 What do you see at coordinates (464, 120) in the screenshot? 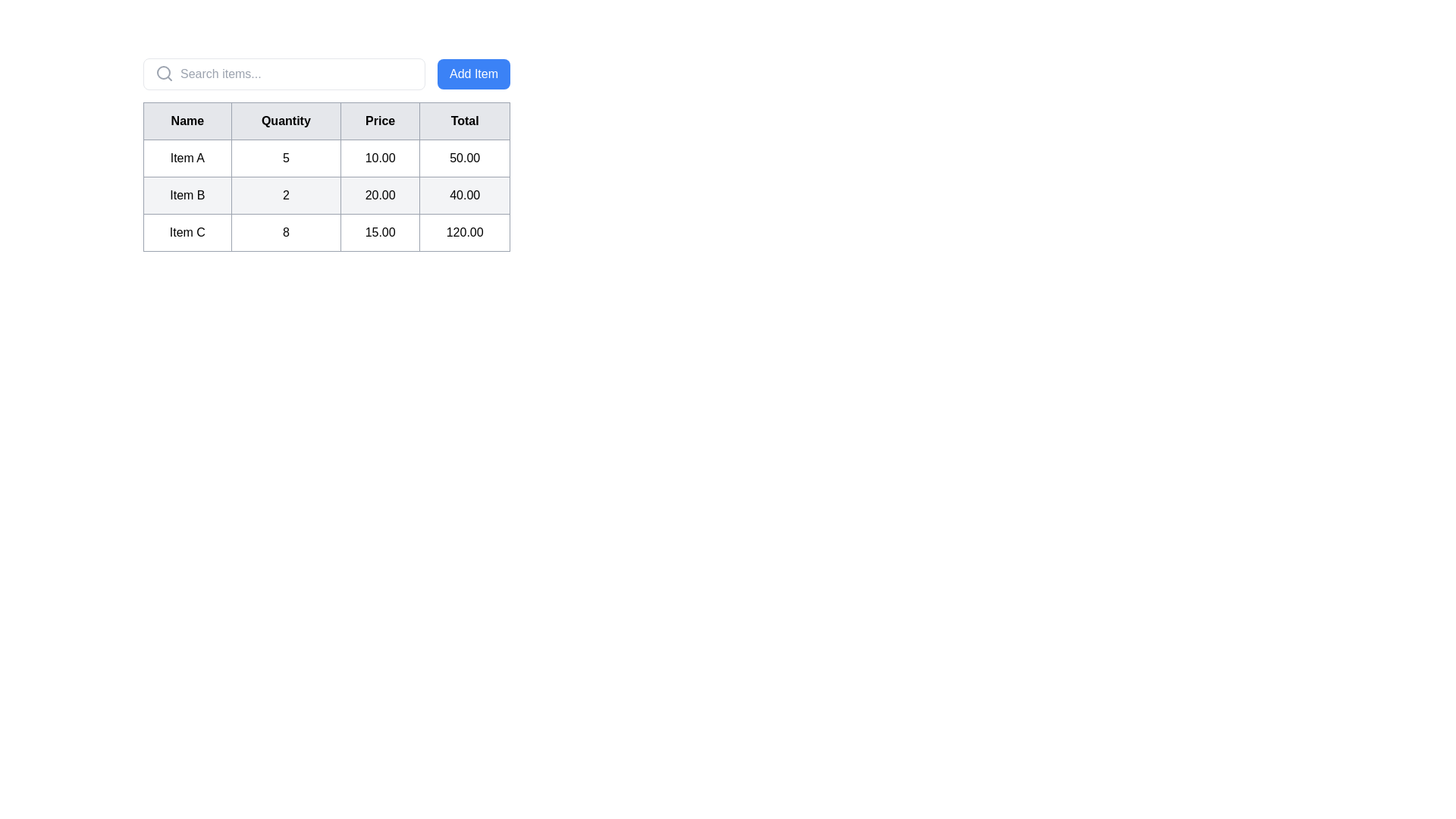
I see `the table header cell labeled 'Total', which is the fourth column header, positioned to the right of the 'Price' header cell` at bounding box center [464, 120].